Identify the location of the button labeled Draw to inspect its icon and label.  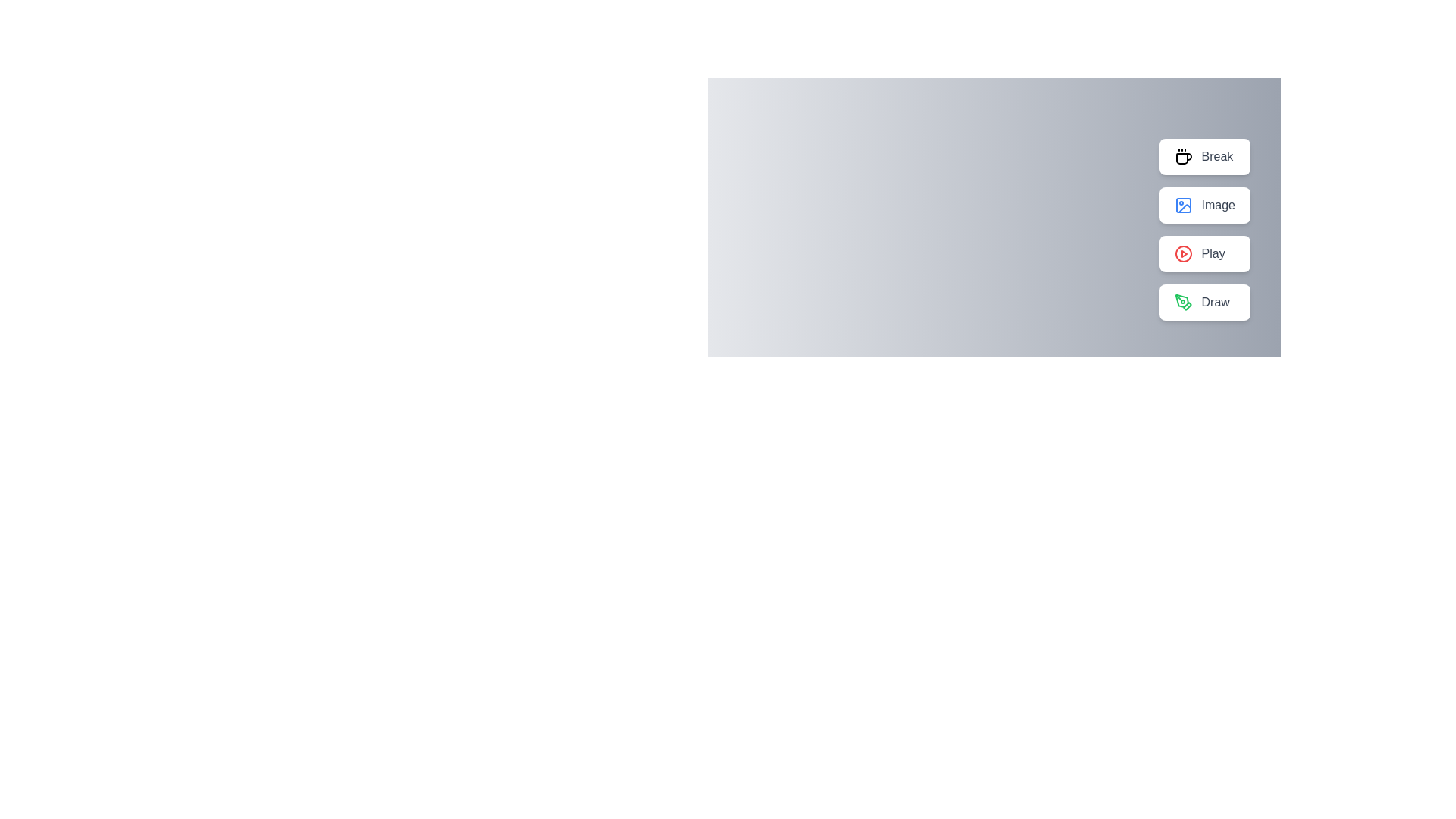
(1203, 302).